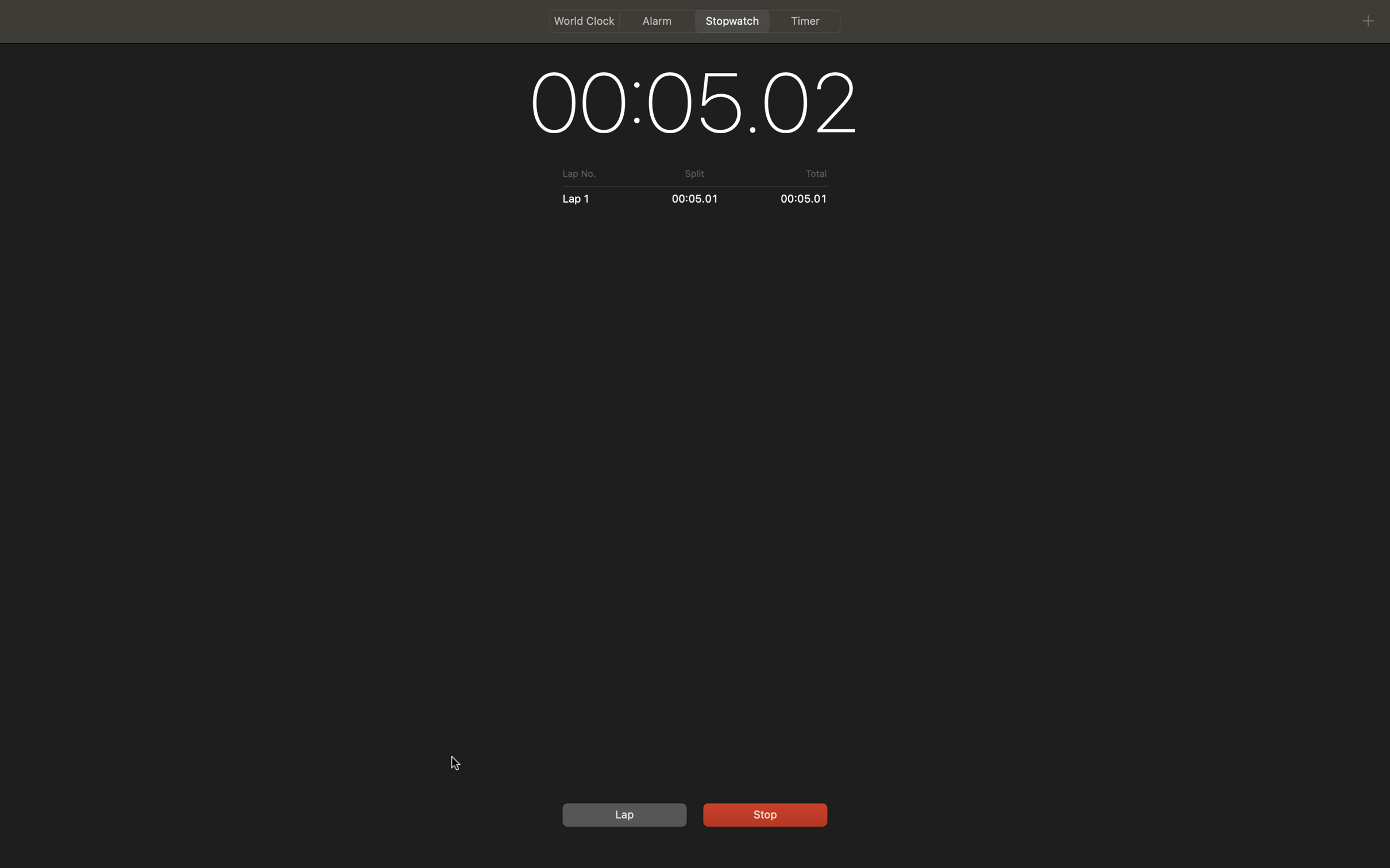 Image resolution: width=1390 pixels, height=868 pixels. I want to click on Record a lap timing and afterward, cease the stopwatch, so click(622, 814).